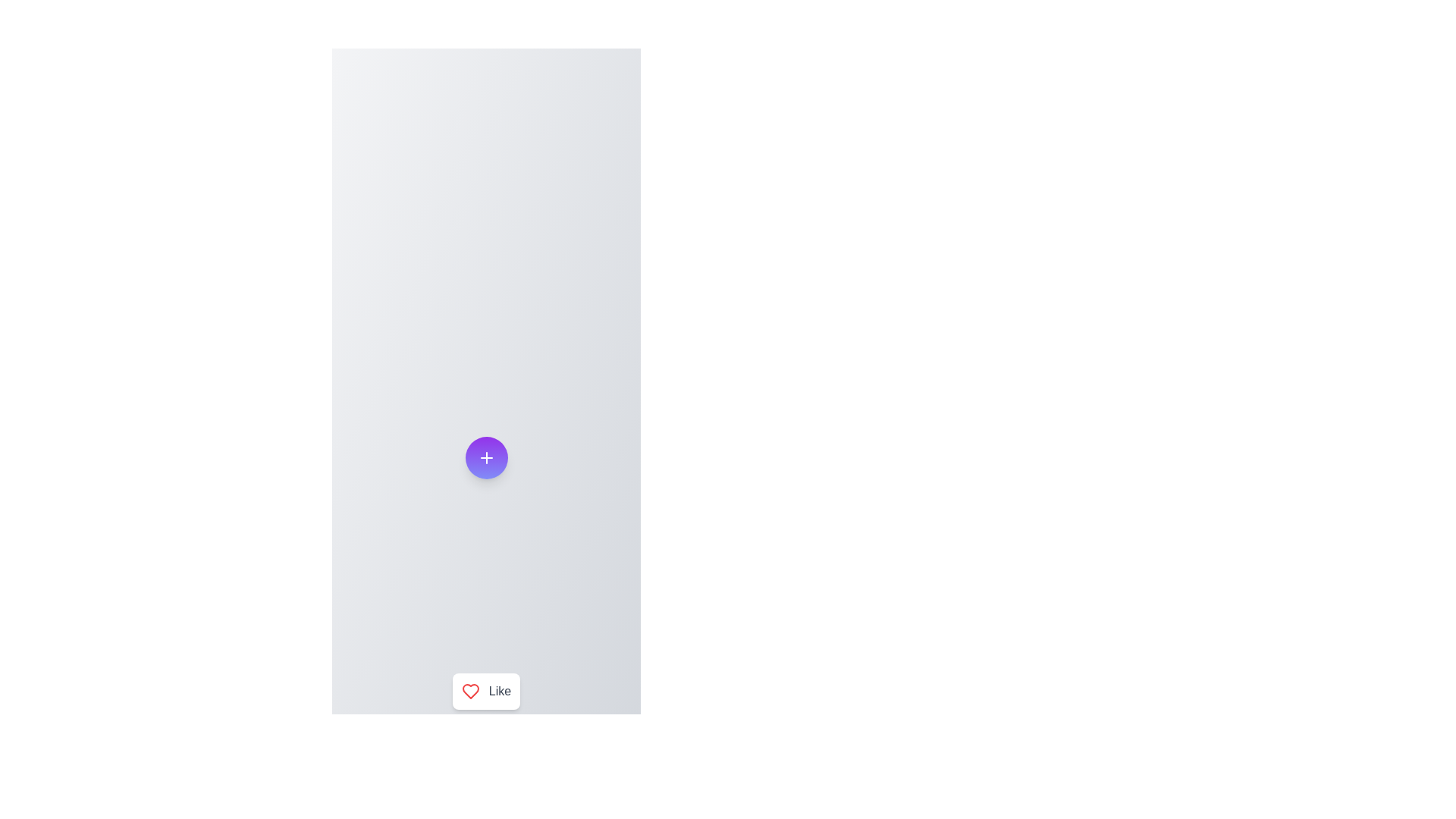 The image size is (1456, 819). I want to click on the toggle button to change the visibility of the menu, so click(486, 457).